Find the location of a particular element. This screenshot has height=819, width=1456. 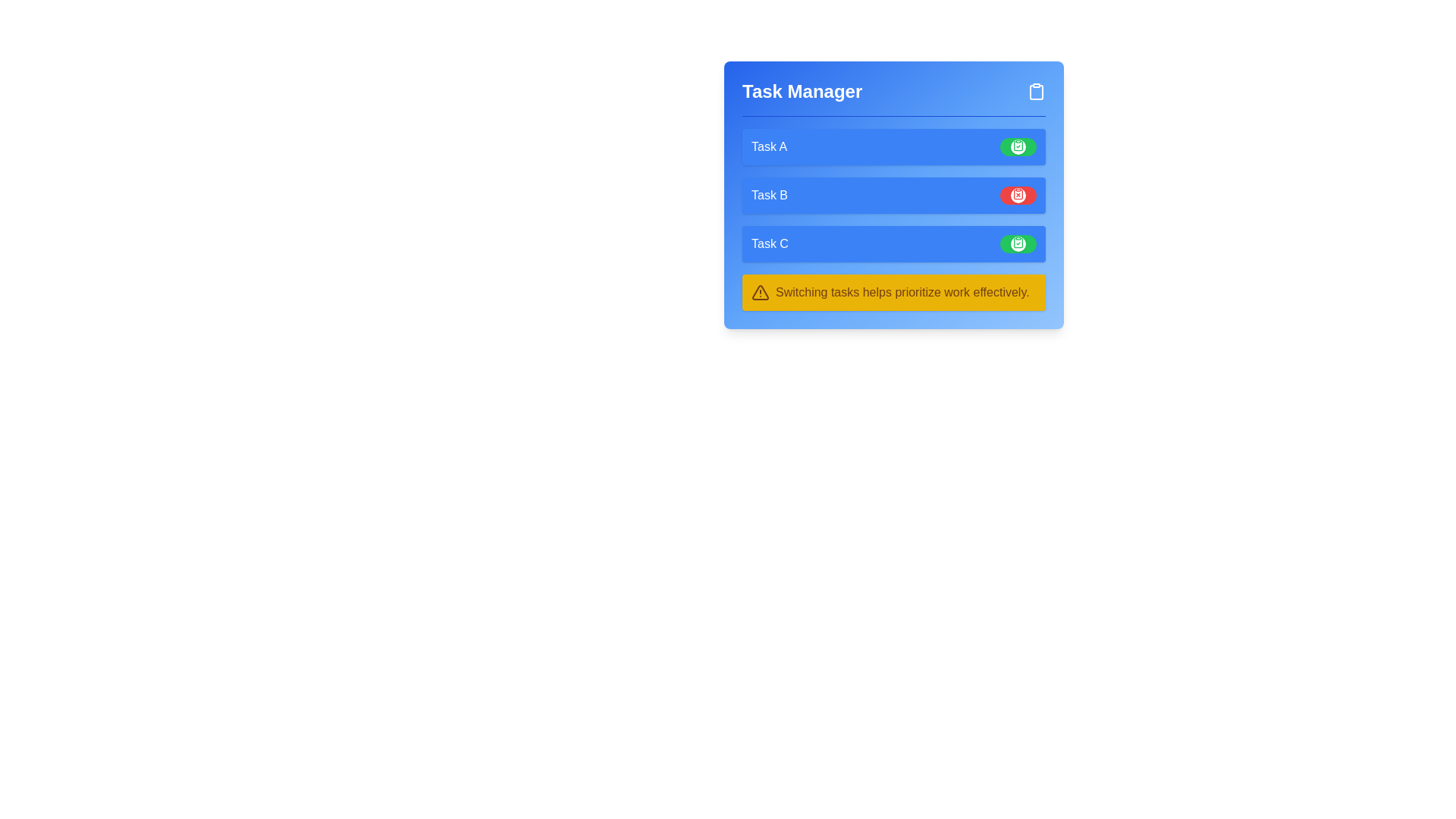

the white circular toggle handle within its red rectangular background in the Task Manager section is located at coordinates (1018, 195).